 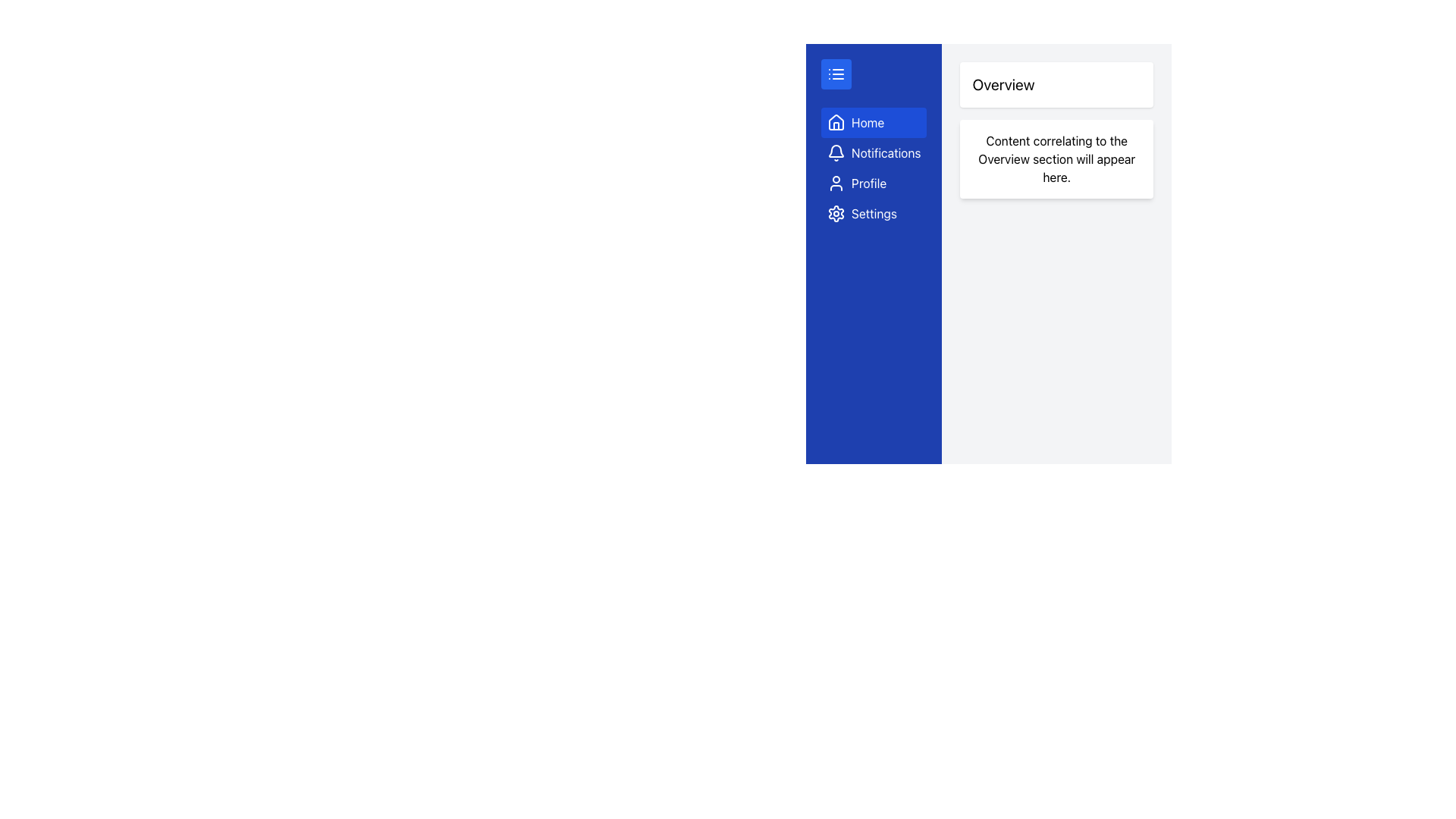 I want to click on the 'Notifications' label in the vertical navigation menu, so click(x=886, y=152).